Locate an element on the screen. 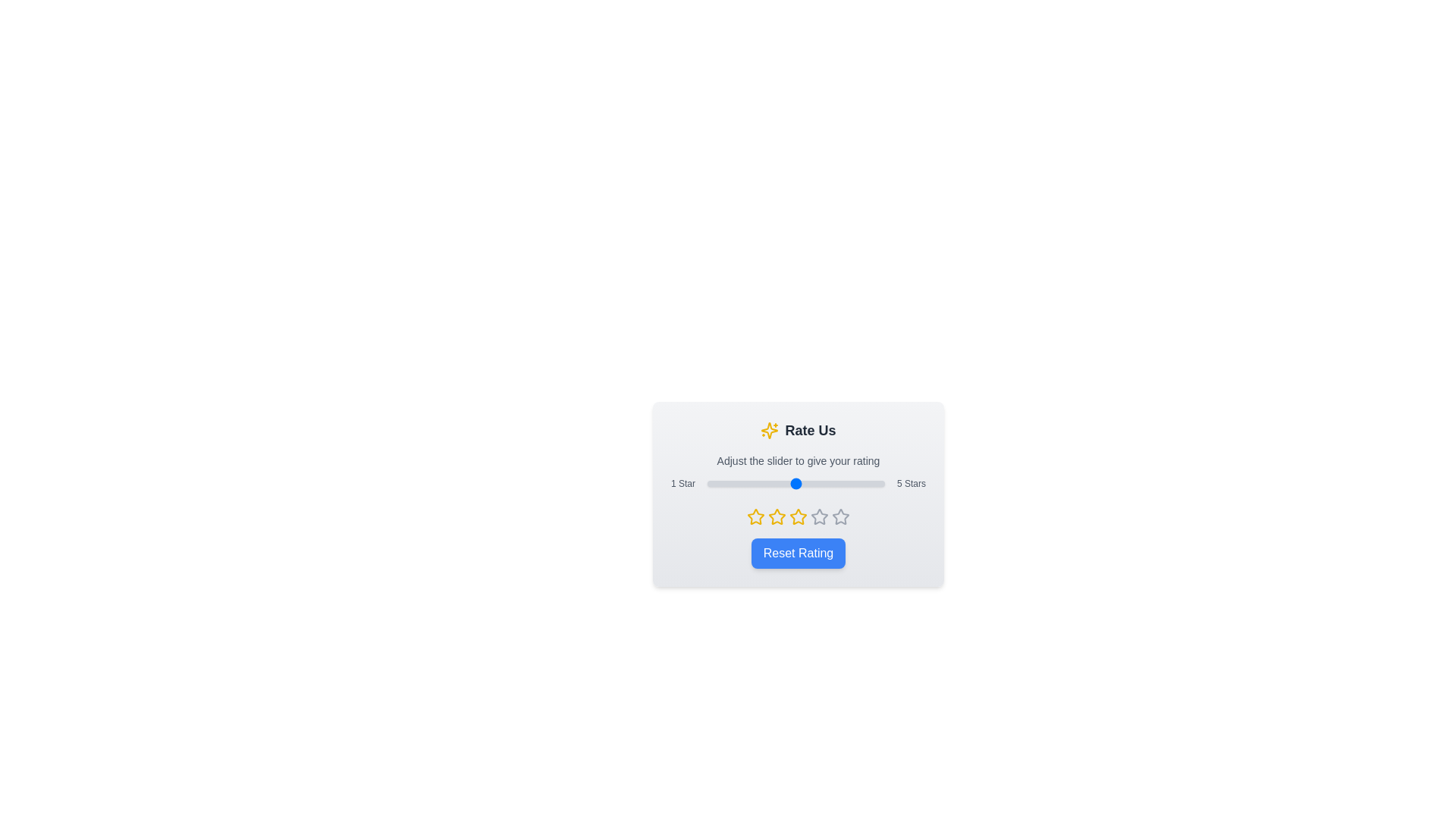 The image size is (1456, 819). the 'Reset Rating' button to set the rating to 1 is located at coordinates (797, 553).